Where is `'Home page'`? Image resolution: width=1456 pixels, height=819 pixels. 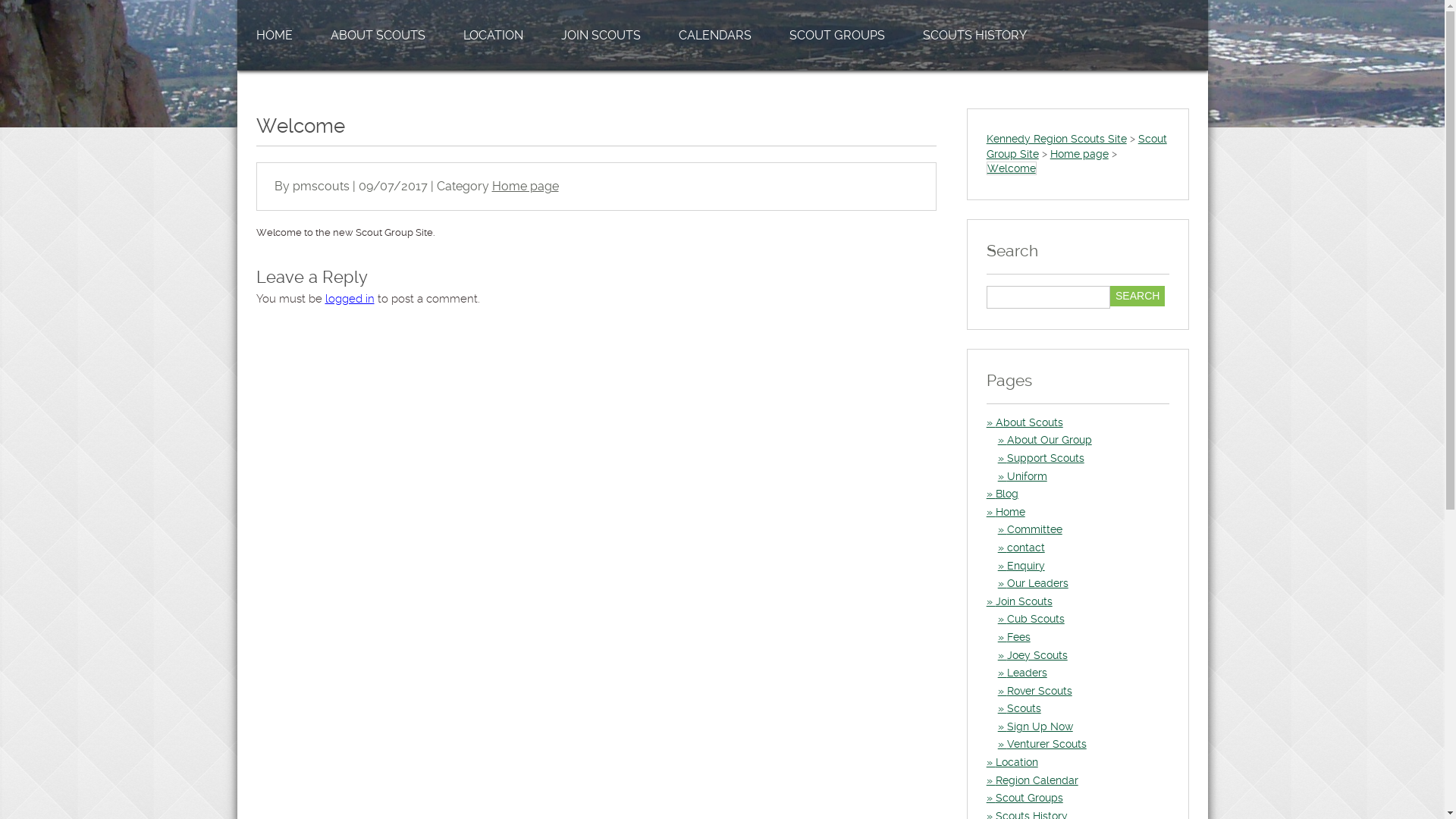 'Home page' is located at coordinates (524, 185).